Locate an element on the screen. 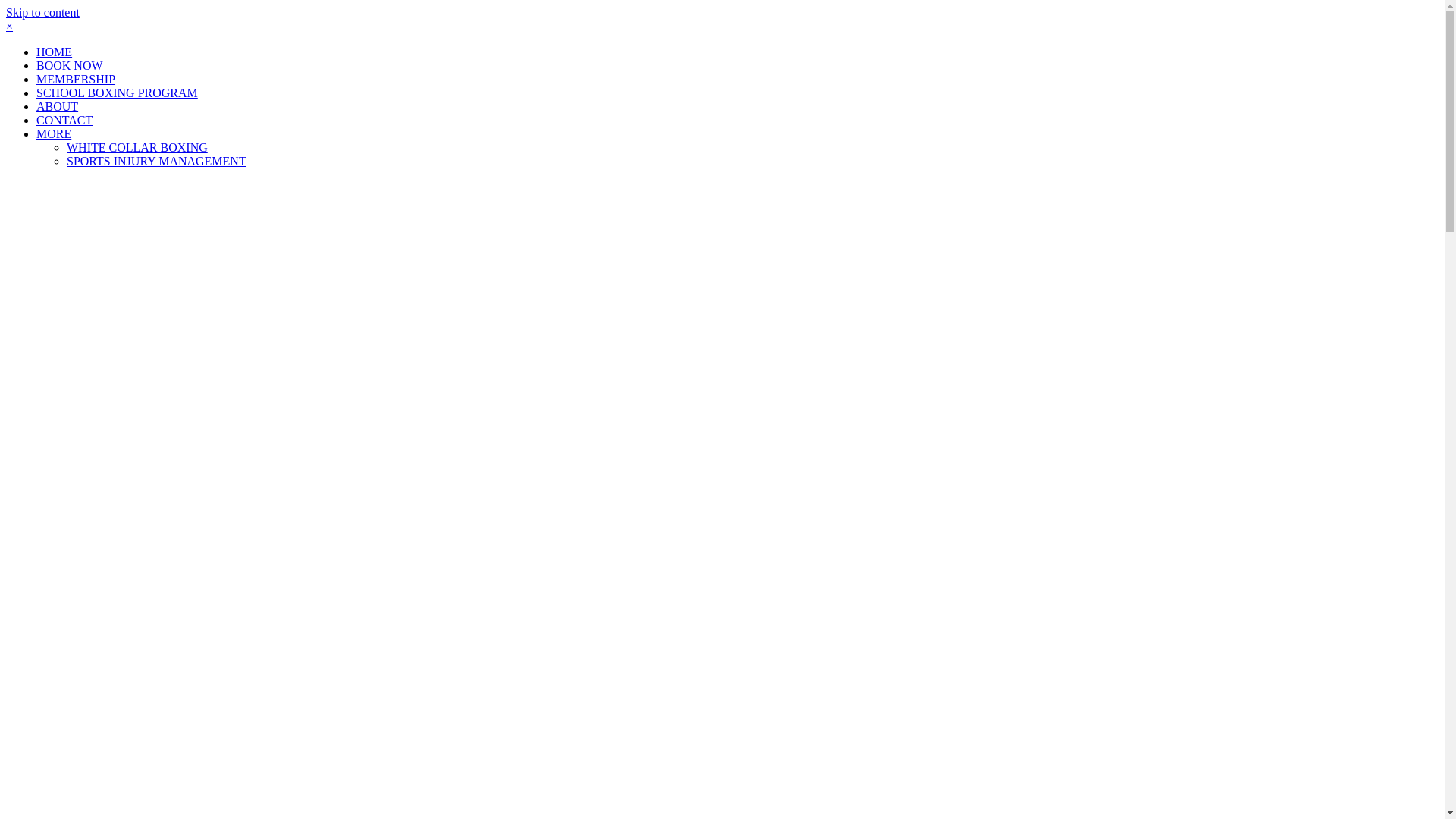 The width and height of the screenshot is (1456, 819). 'MORE' is located at coordinates (54, 133).